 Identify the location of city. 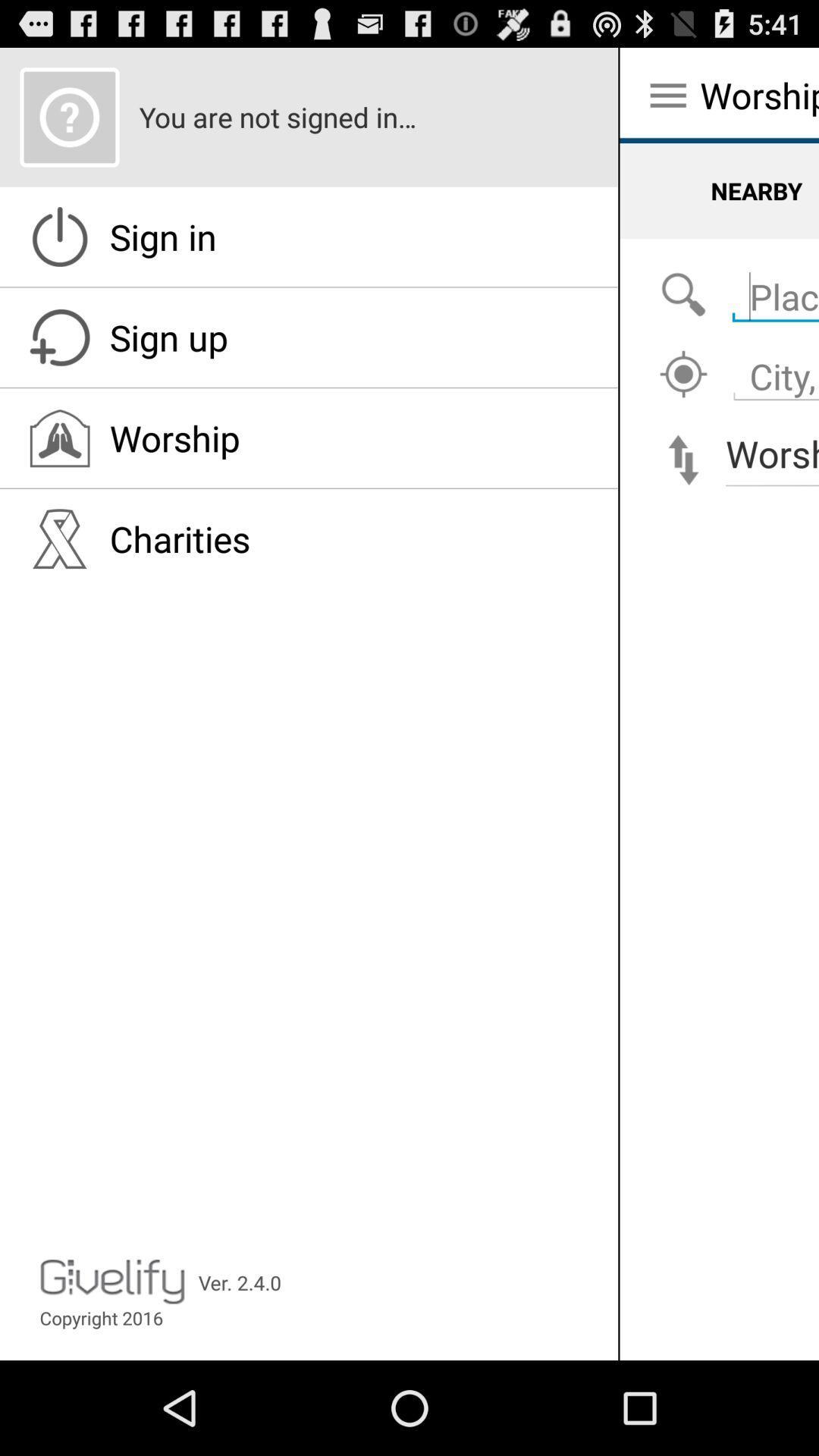
(683, 375).